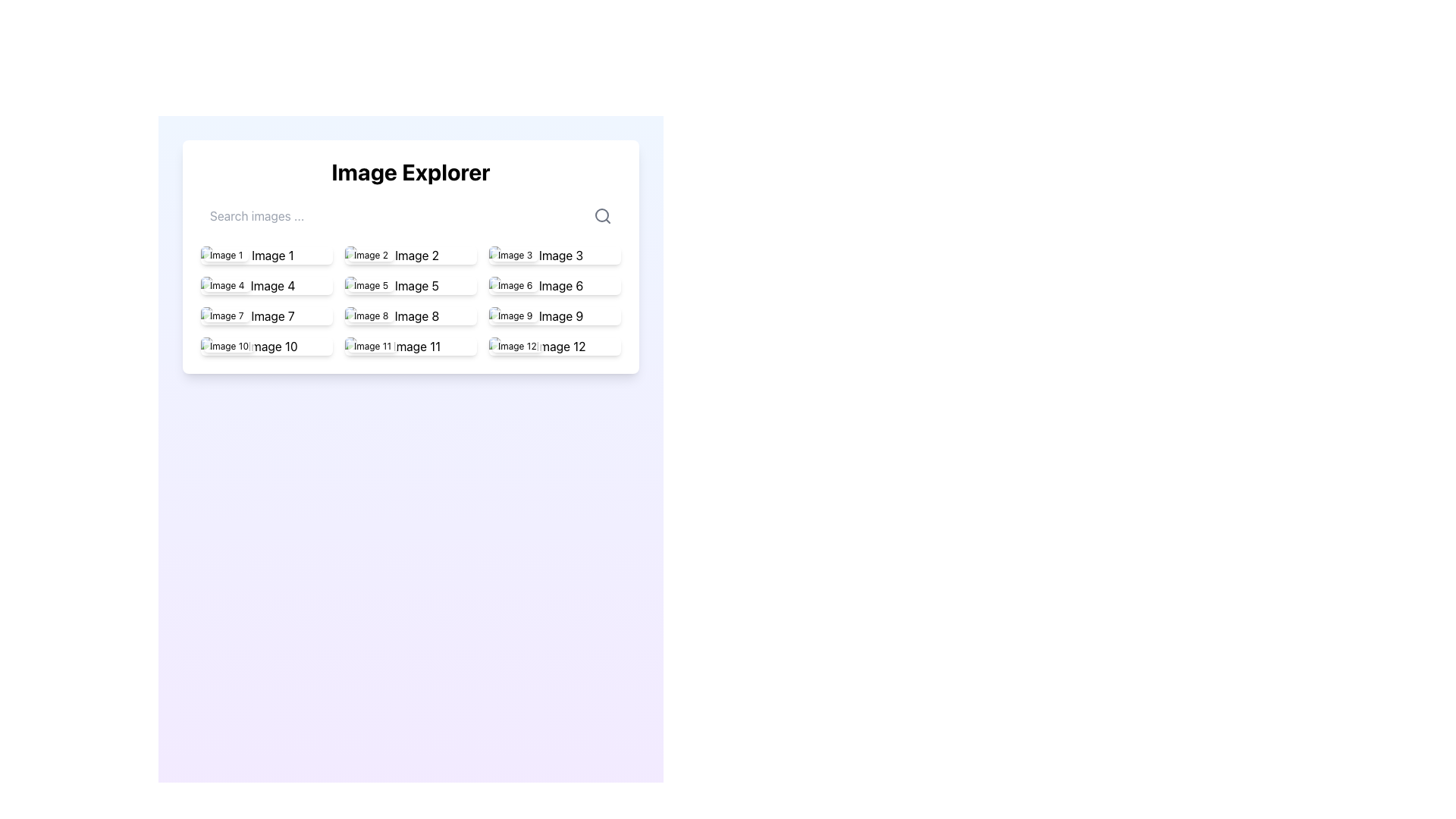 Image resolution: width=1456 pixels, height=819 pixels. I want to click on the image thumbnail with label located, so click(411, 346).